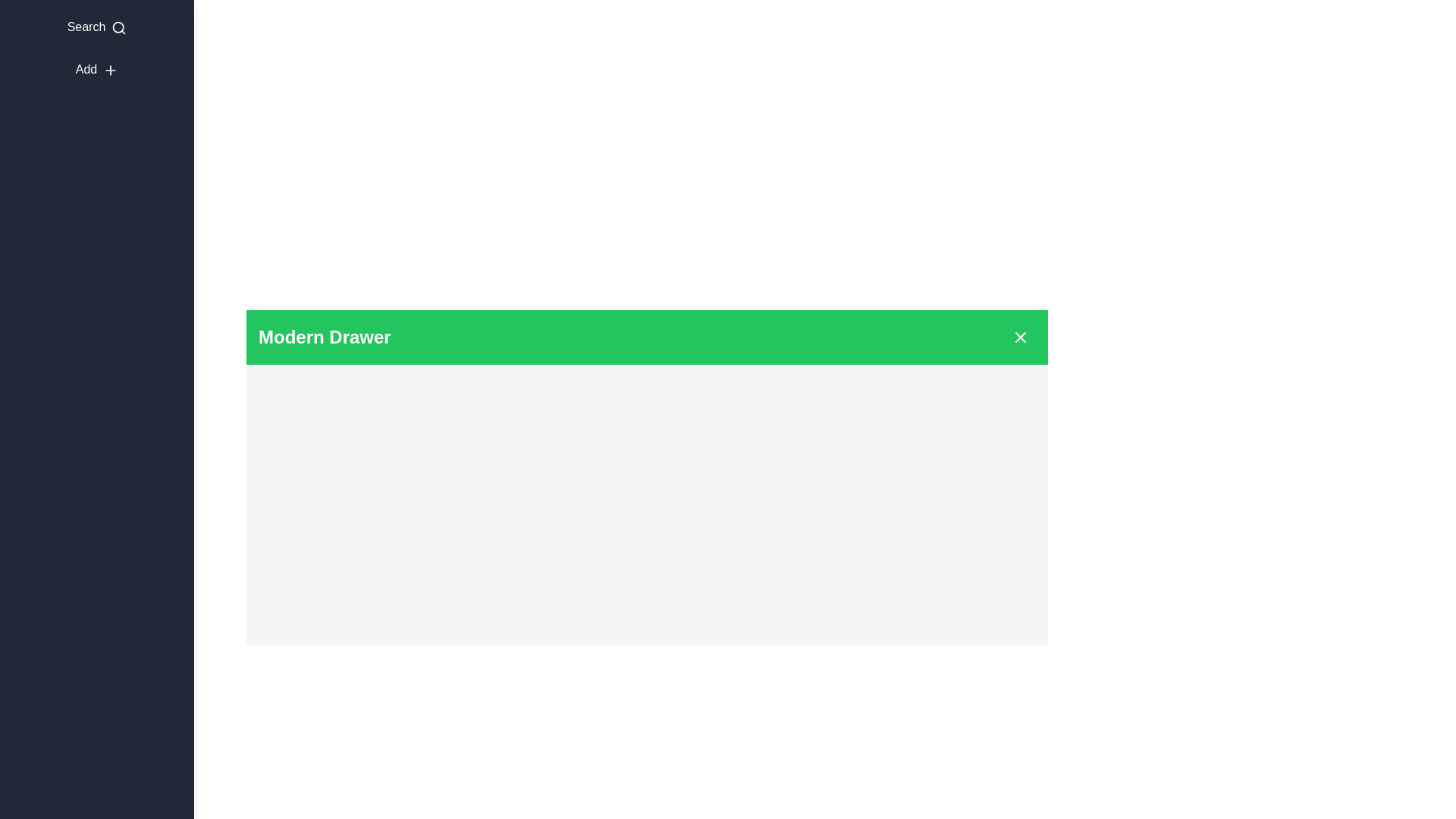 Image resolution: width=1456 pixels, height=819 pixels. Describe the element at coordinates (1020, 336) in the screenshot. I see `the close button located at the far right of the horizontal green bar, adjacent to the header 'Modern Drawer'` at that location.